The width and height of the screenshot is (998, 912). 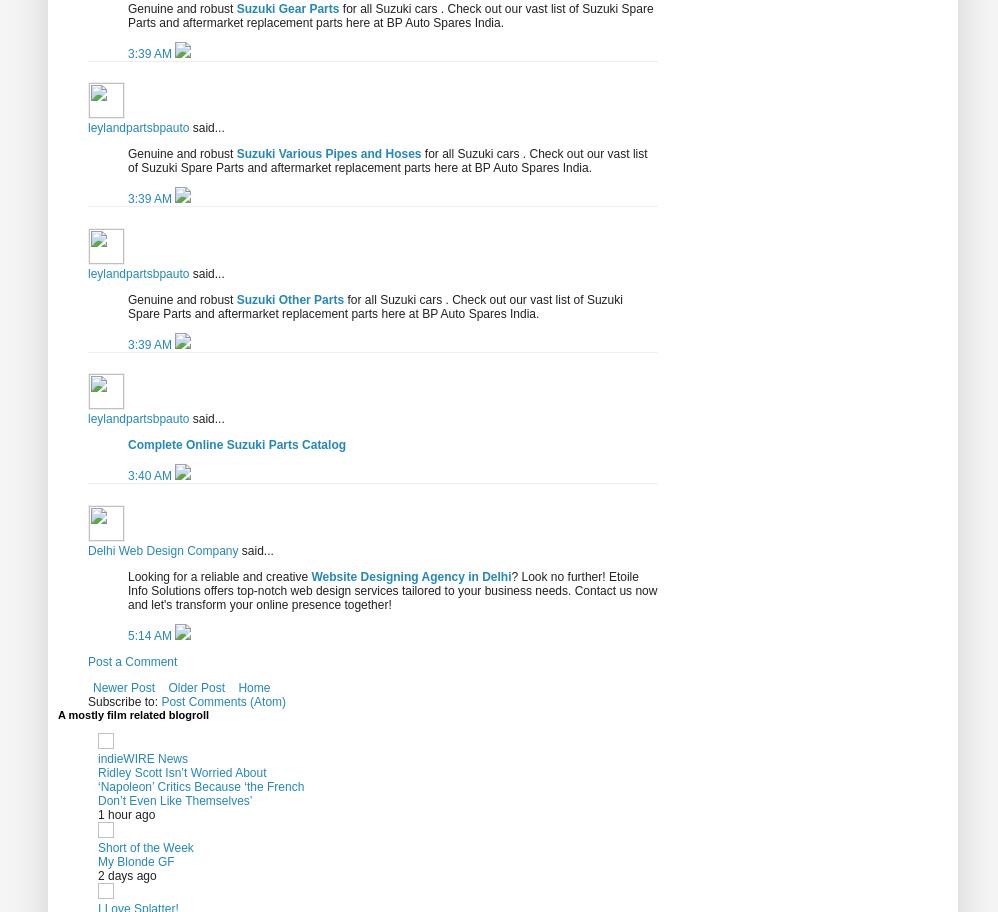 What do you see at coordinates (195, 687) in the screenshot?
I see `'Older Post'` at bounding box center [195, 687].